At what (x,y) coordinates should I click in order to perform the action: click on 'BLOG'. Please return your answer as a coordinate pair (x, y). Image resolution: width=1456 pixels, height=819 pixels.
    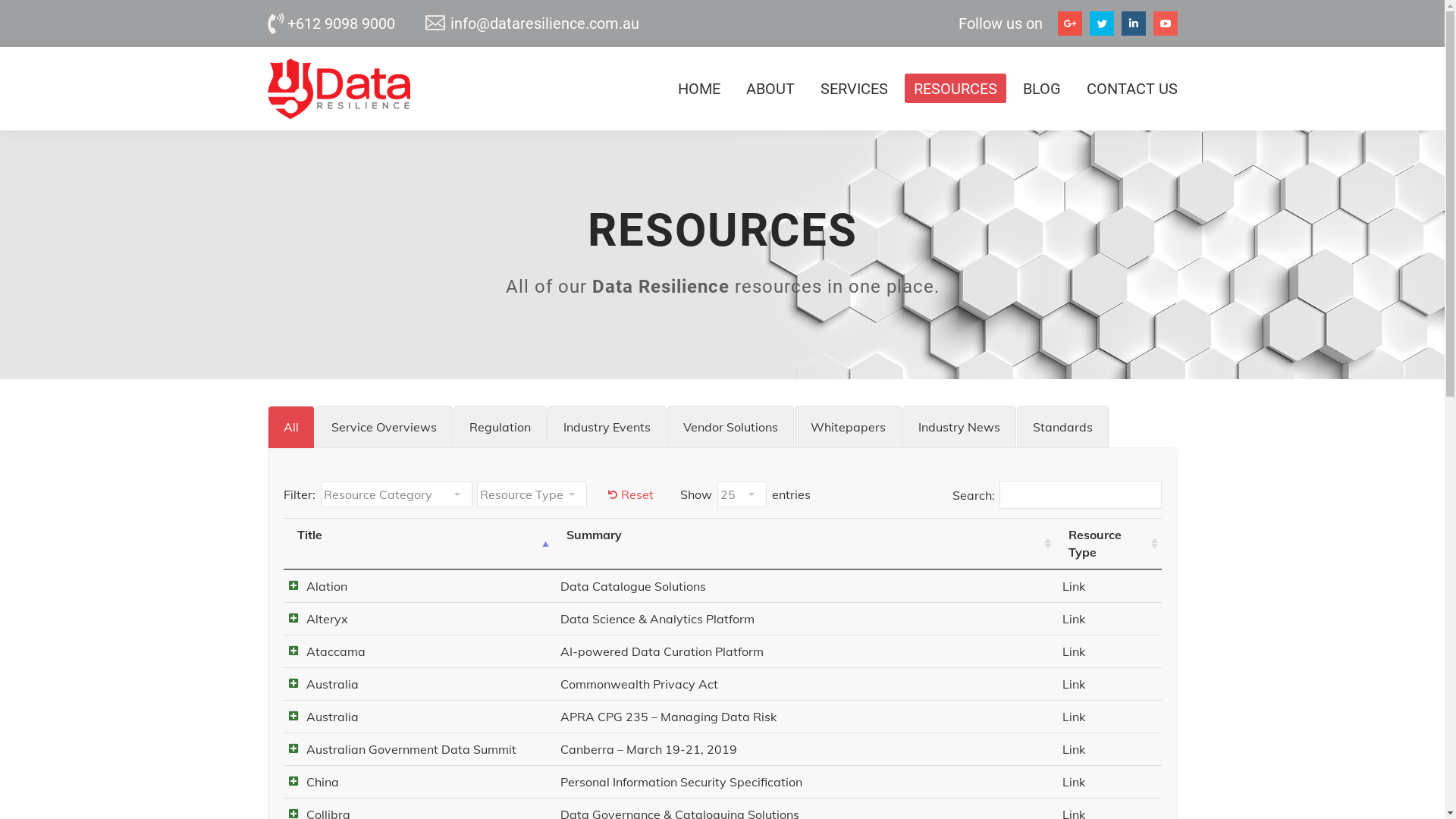
    Looking at the image, I should click on (1040, 88).